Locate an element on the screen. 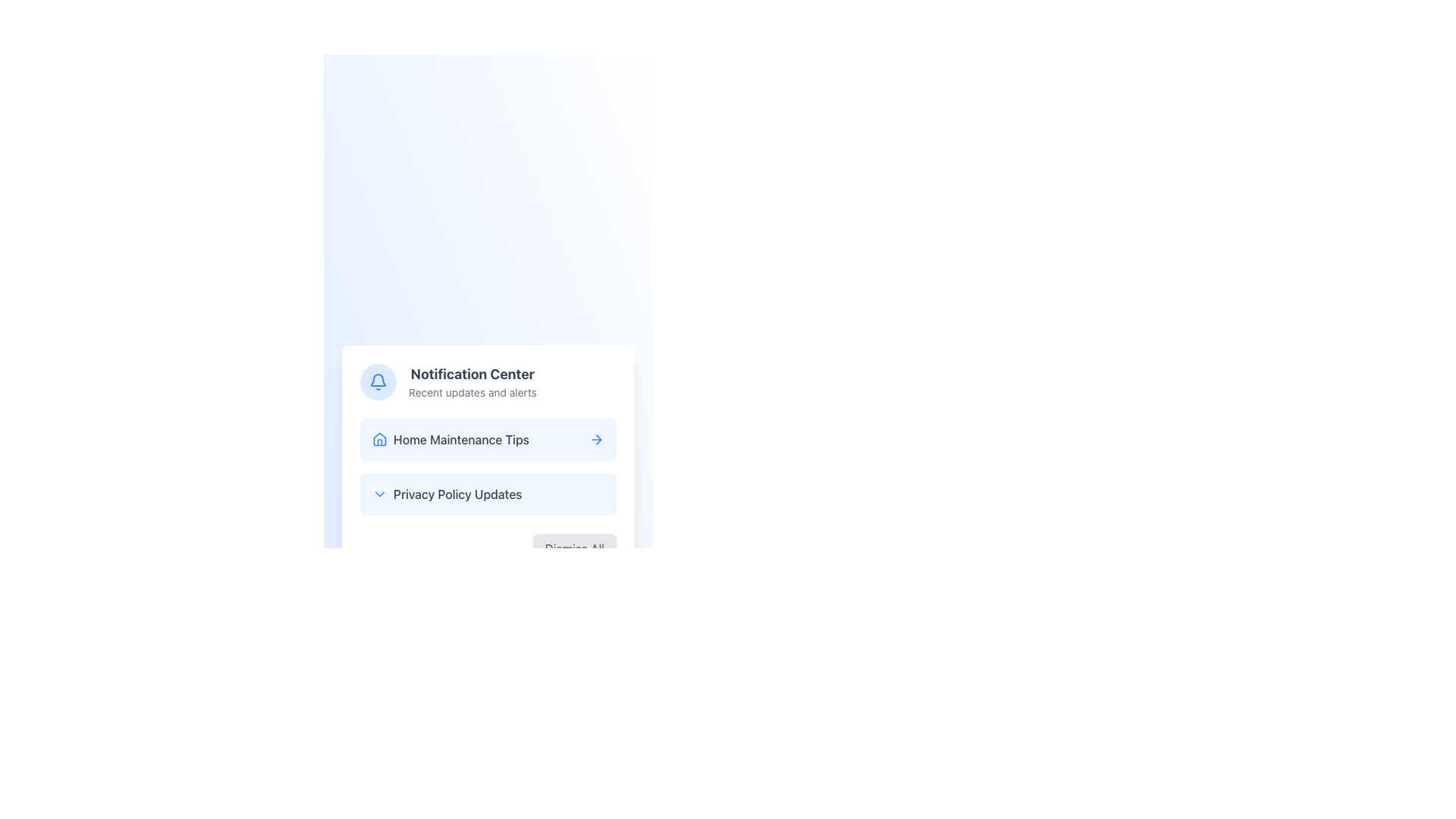 This screenshot has height=819, width=1456. the heading text block for the notification center section, which includes a bold title and subtitle is located at coordinates (472, 381).